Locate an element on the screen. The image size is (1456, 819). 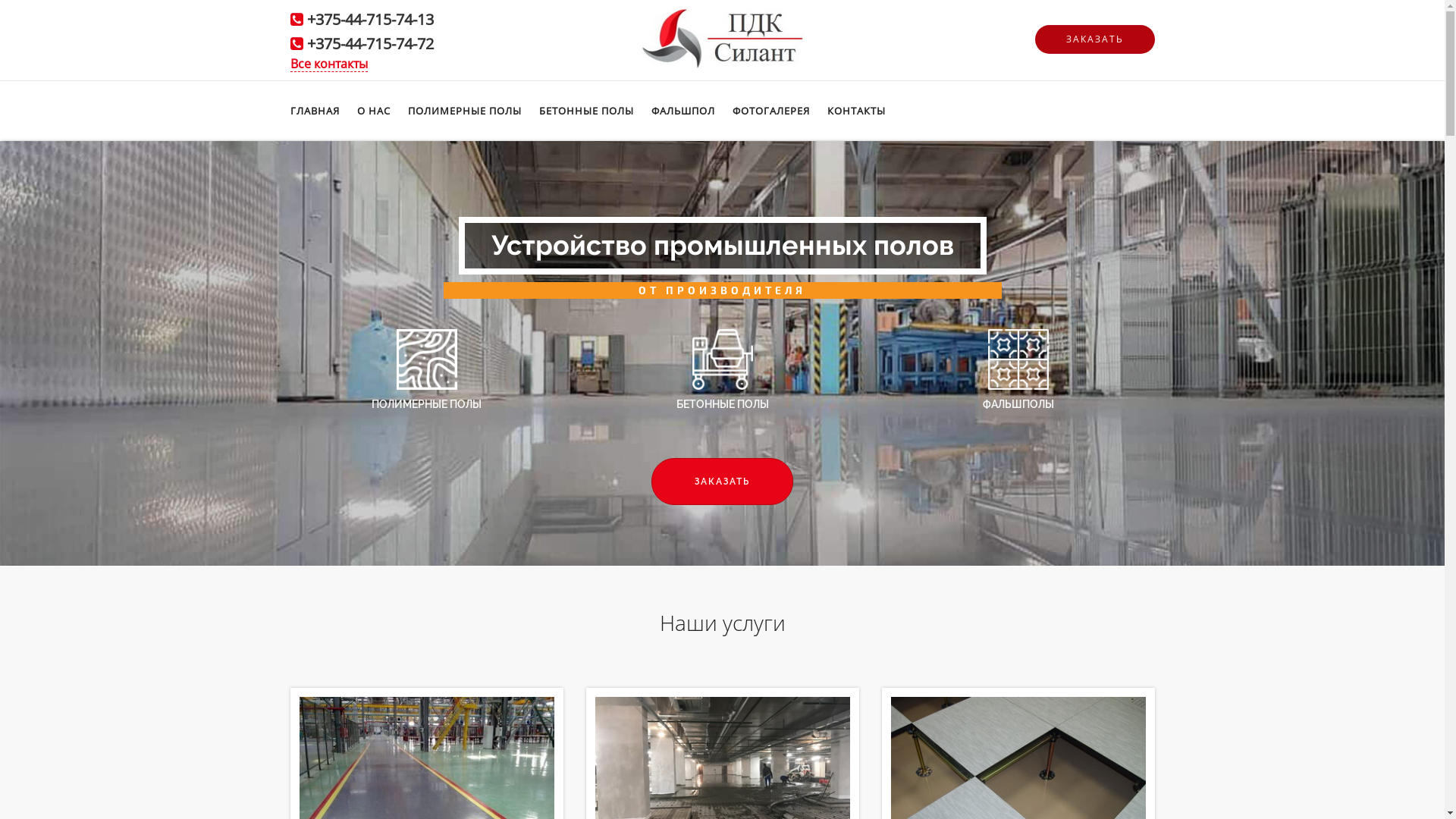
'Logo' is located at coordinates (640, 36).